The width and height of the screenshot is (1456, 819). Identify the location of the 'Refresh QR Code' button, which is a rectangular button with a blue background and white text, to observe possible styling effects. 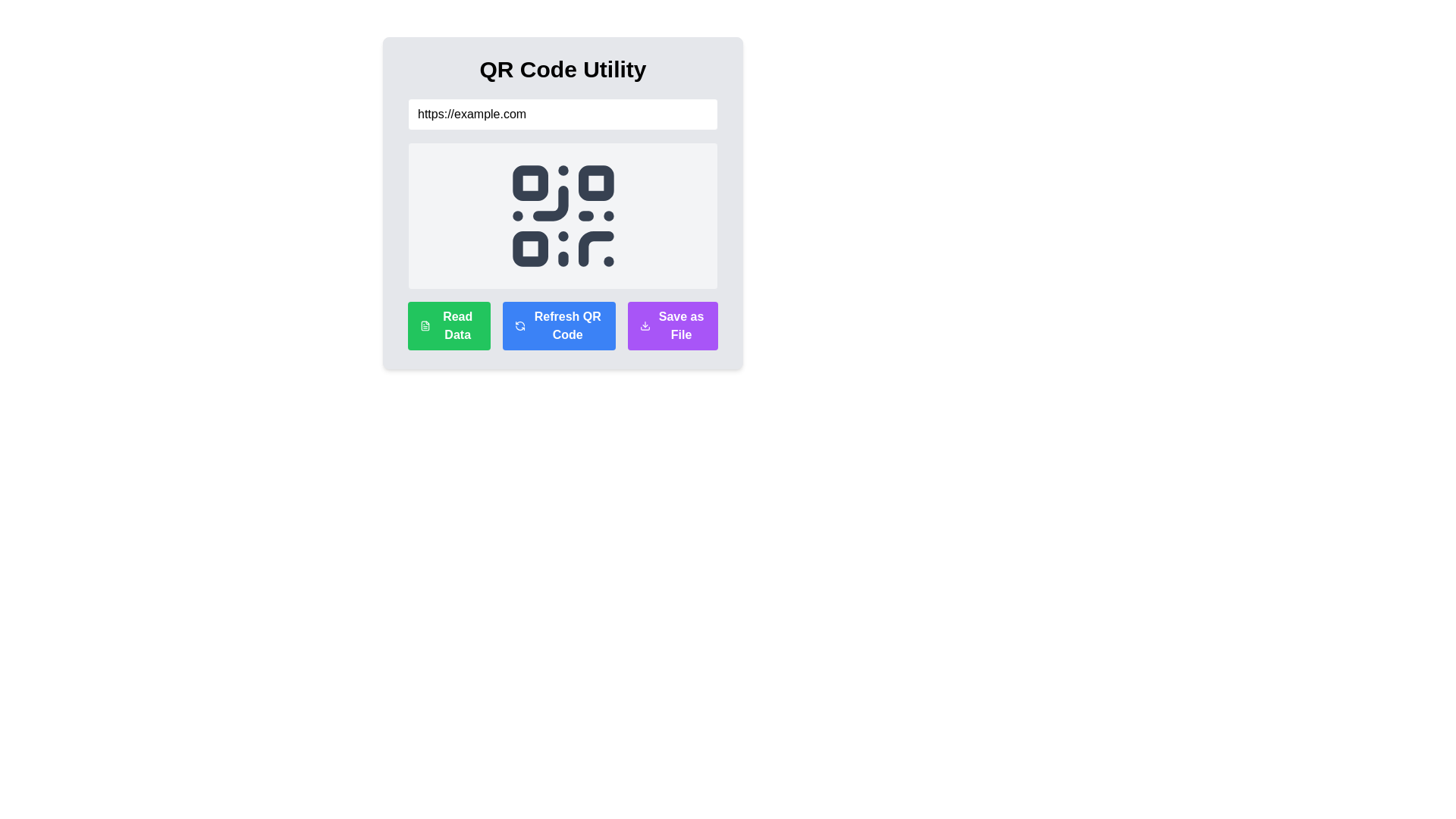
(562, 325).